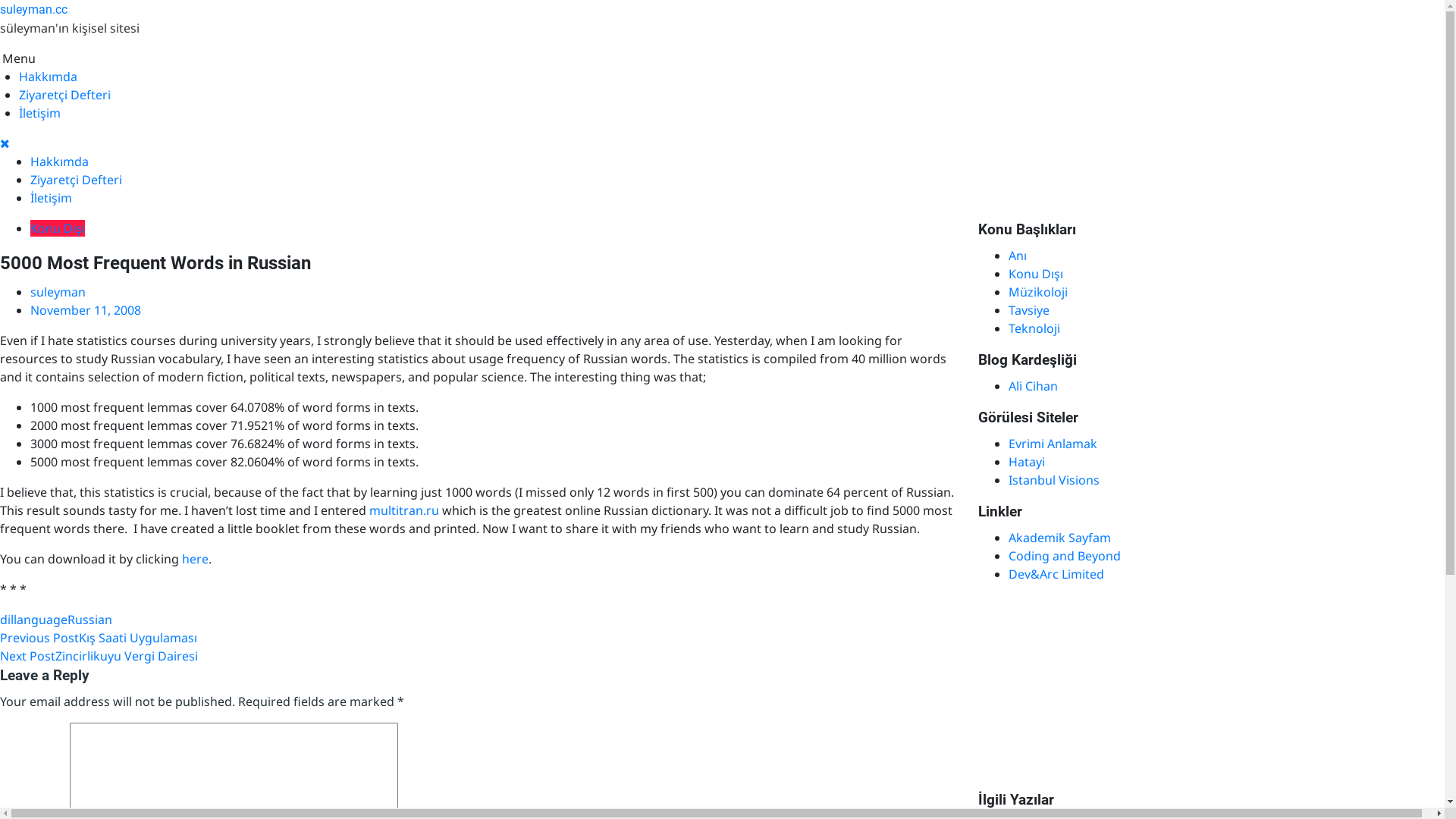 This screenshot has height=819, width=1456. What do you see at coordinates (67, 620) in the screenshot?
I see `'Russian'` at bounding box center [67, 620].